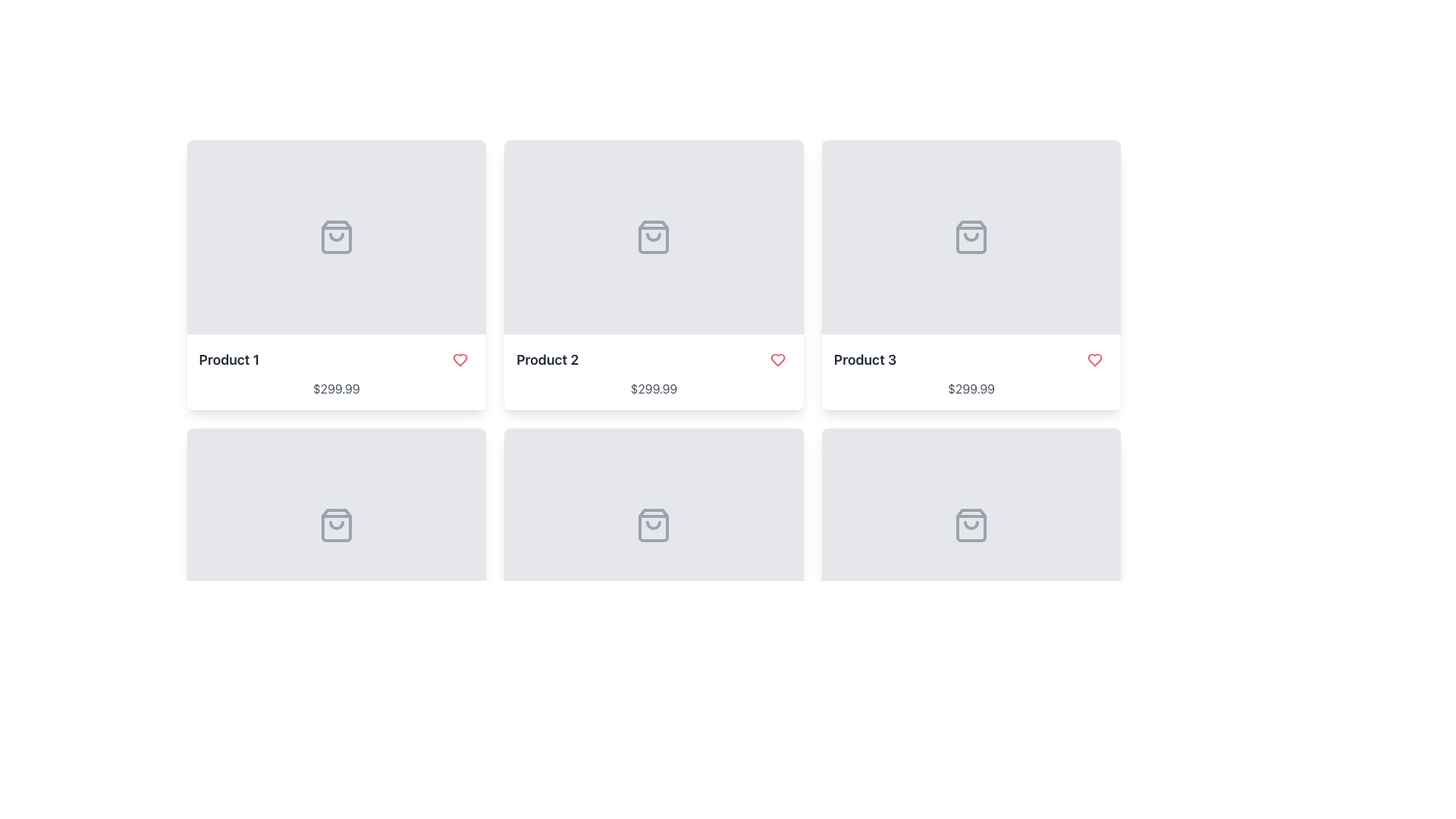  What do you see at coordinates (654, 525) in the screenshot?
I see `the shopping bag icon located in the middle column of the lower row` at bounding box center [654, 525].